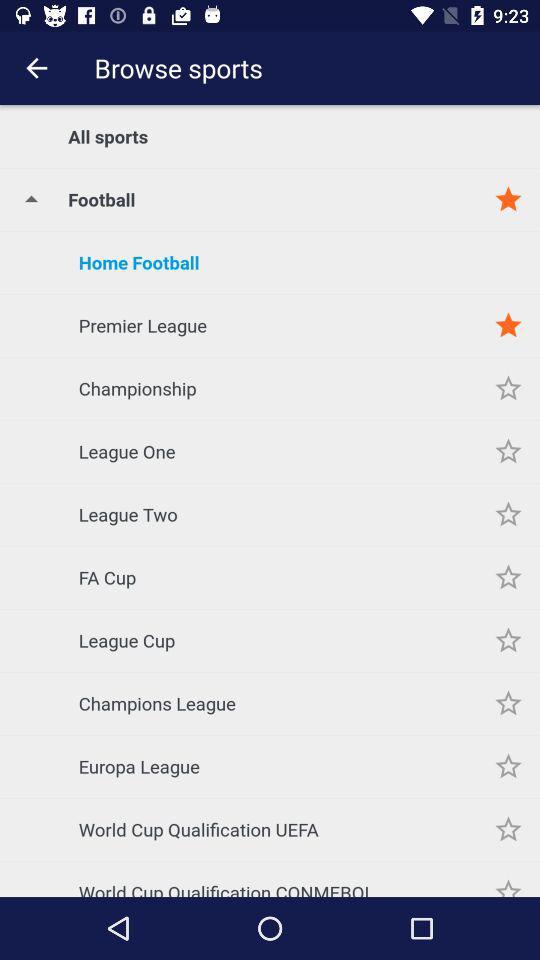 The image size is (540, 960). Describe the element at coordinates (508, 325) in the screenshot. I see `to favorites` at that location.